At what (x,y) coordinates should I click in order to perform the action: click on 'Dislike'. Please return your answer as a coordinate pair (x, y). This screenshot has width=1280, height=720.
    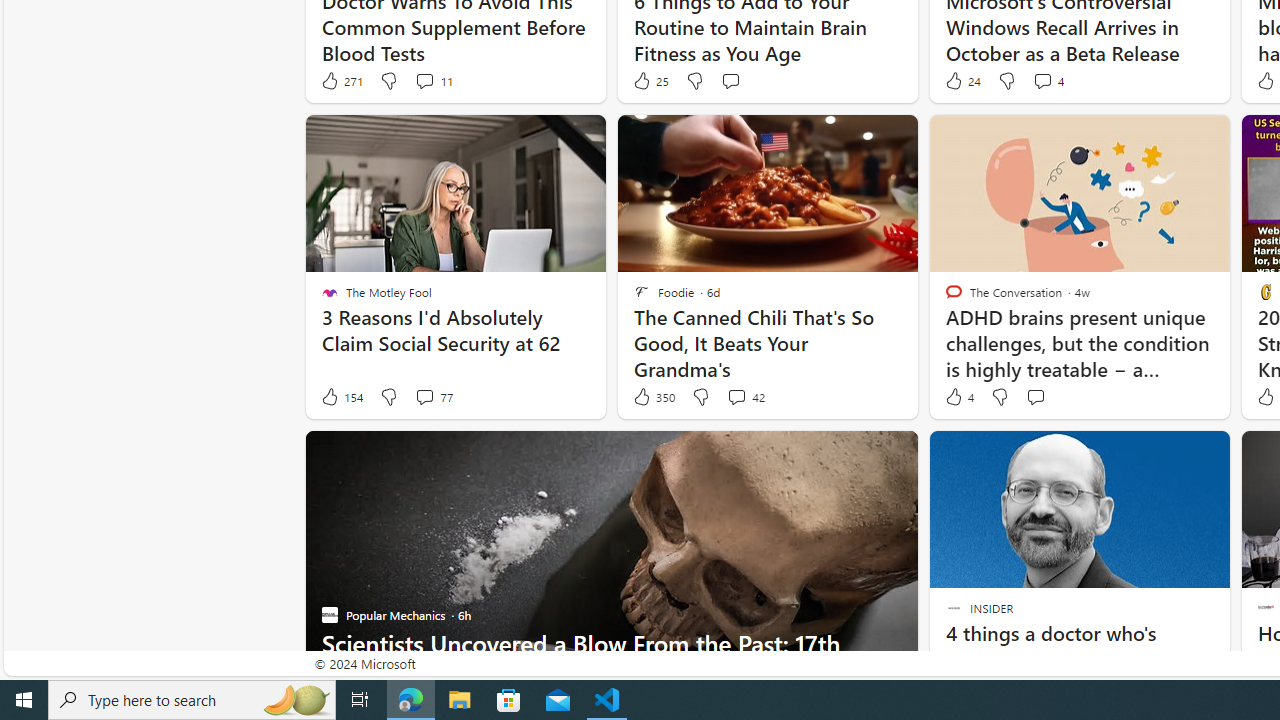
    Looking at the image, I should click on (999, 397).